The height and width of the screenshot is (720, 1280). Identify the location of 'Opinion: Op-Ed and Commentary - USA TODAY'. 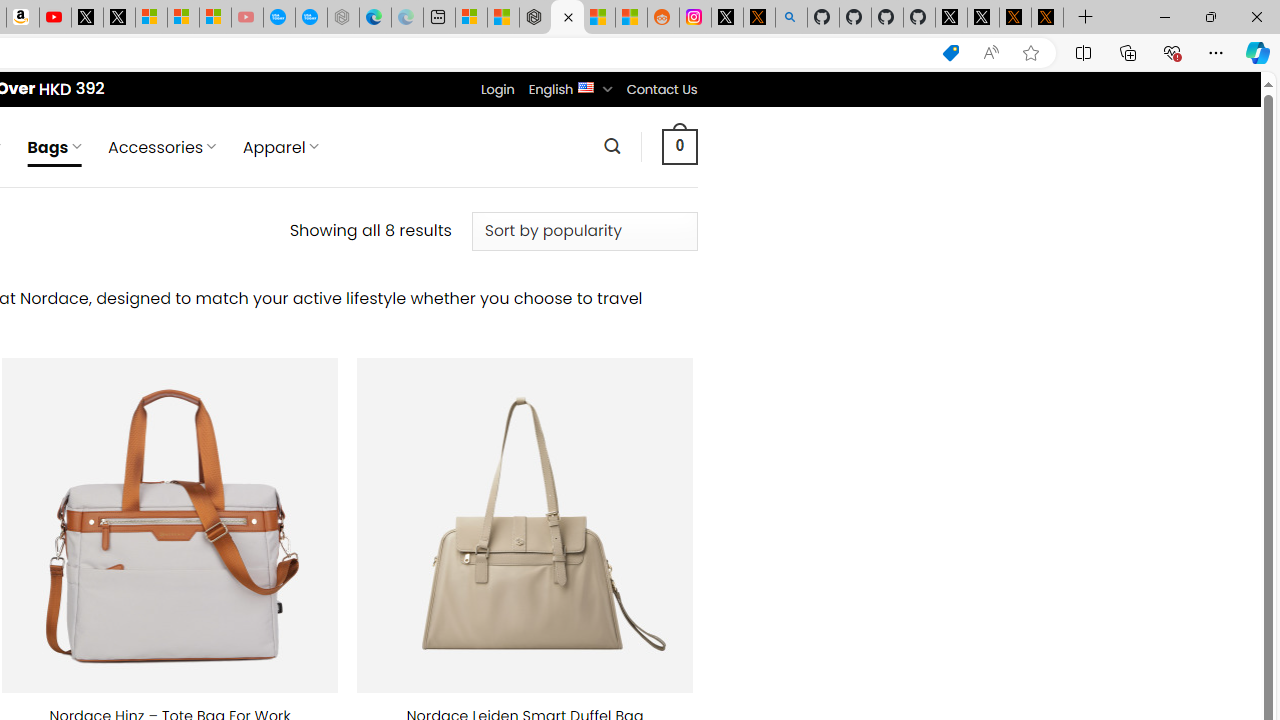
(278, 17).